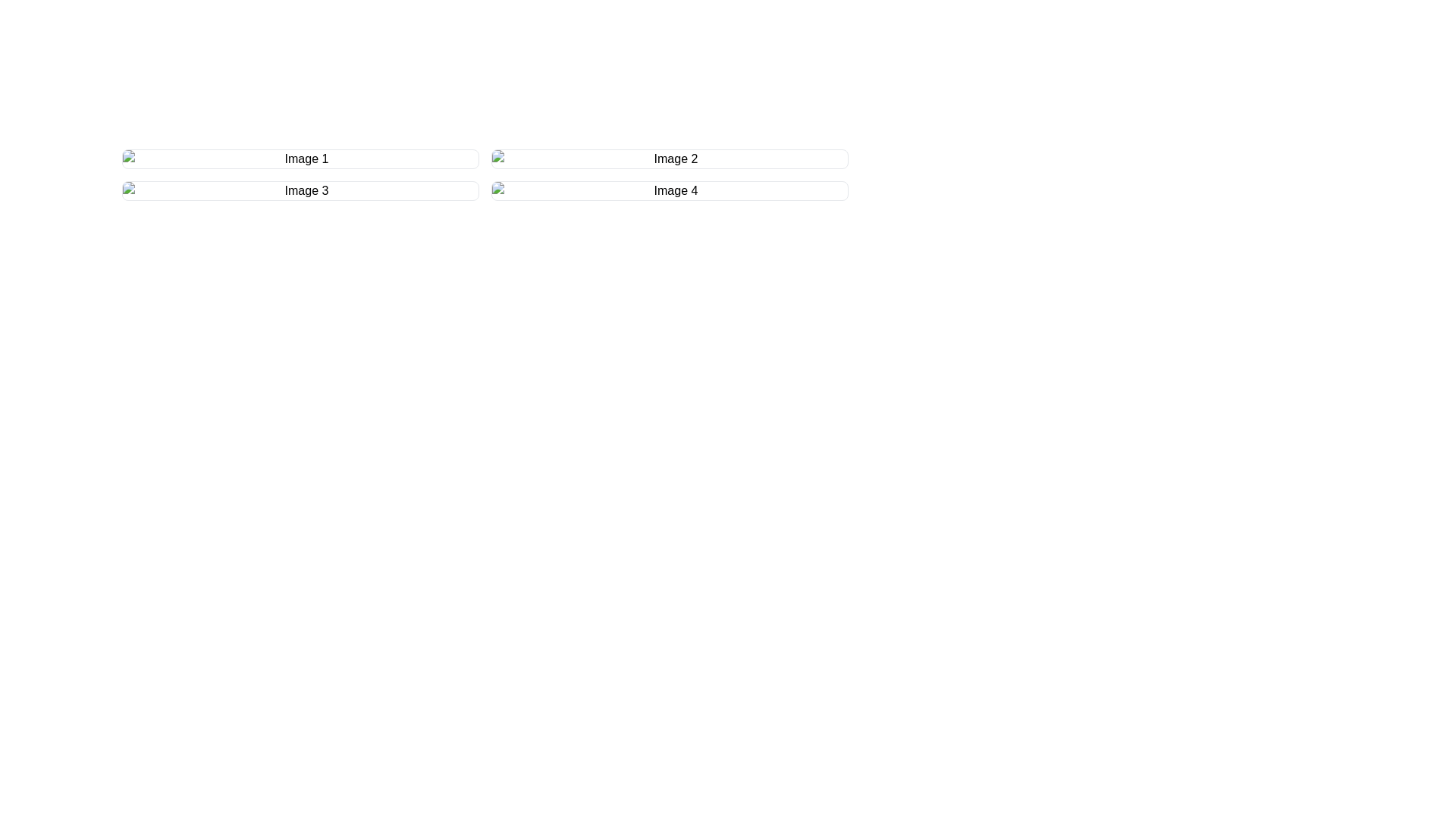 The height and width of the screenshot is (819, 1456). I want to click on the image labeled 'Image 1' in the top-left corner of the grid, so click(300, 158).